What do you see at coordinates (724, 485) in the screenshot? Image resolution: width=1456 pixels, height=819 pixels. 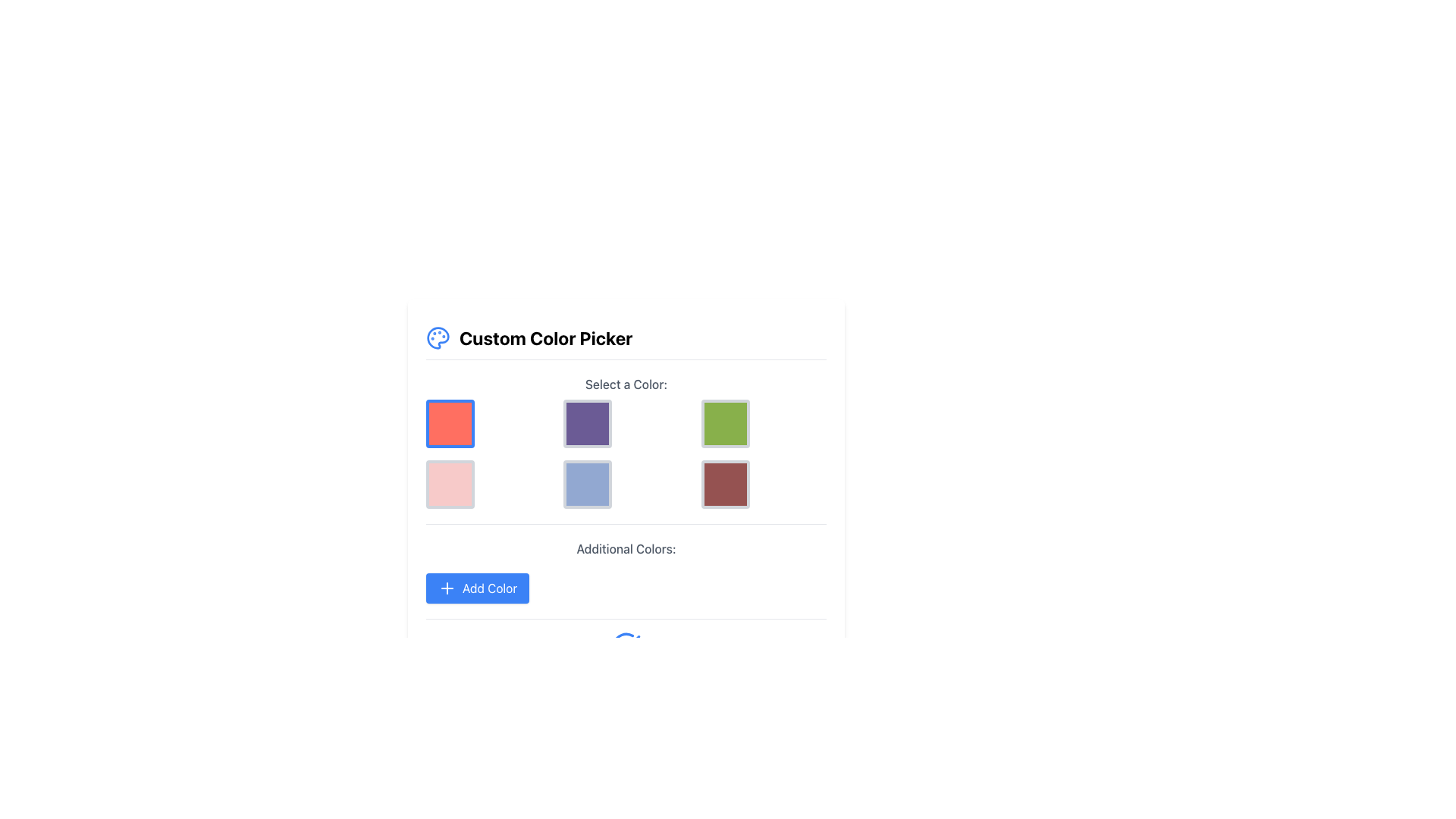 I see `the clickable color swatch located in the bottom-right corner of the grid` at bounding box center [724, 485].